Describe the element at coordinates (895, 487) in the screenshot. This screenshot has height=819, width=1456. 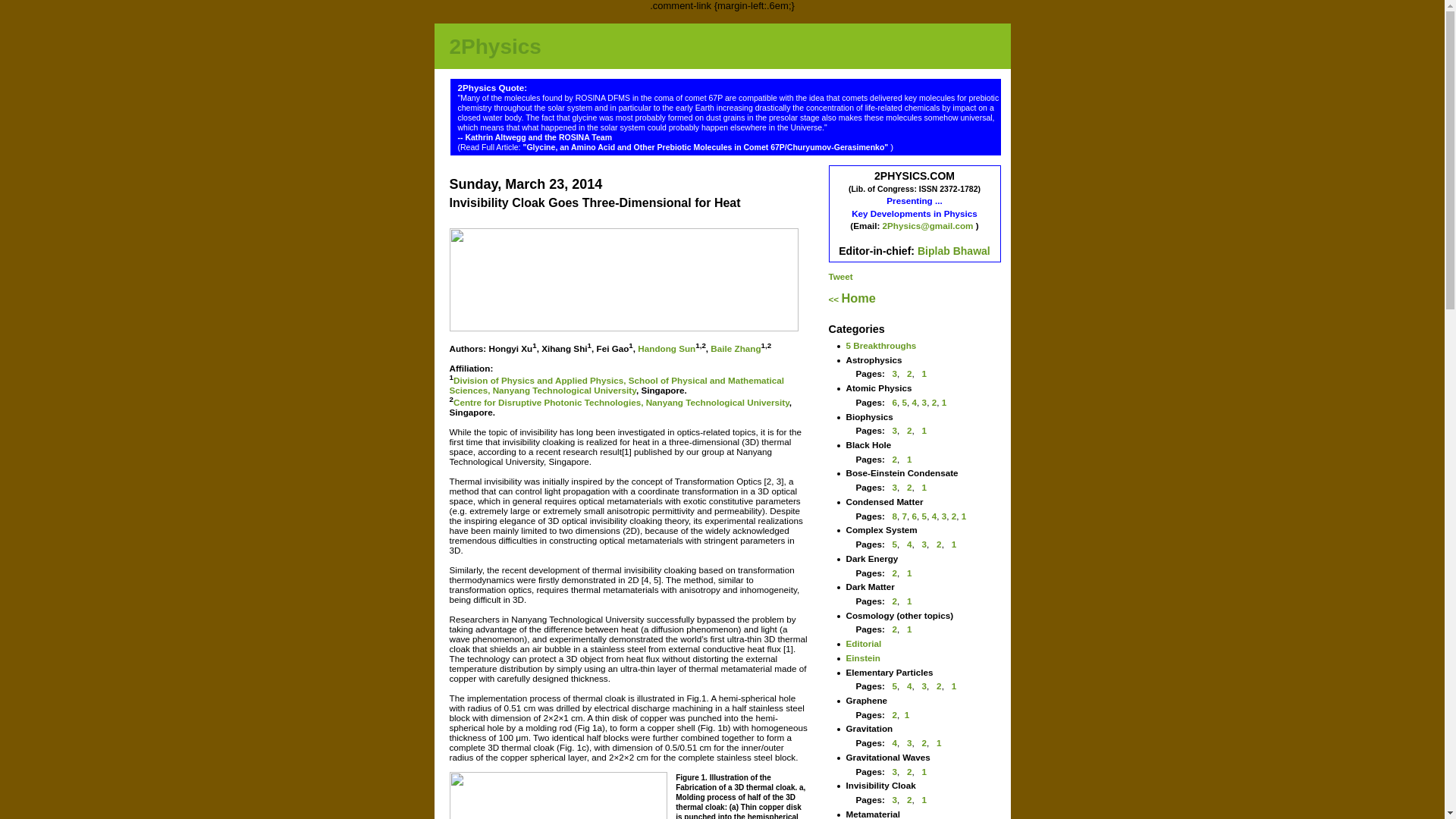
I see `'3'` at that location.